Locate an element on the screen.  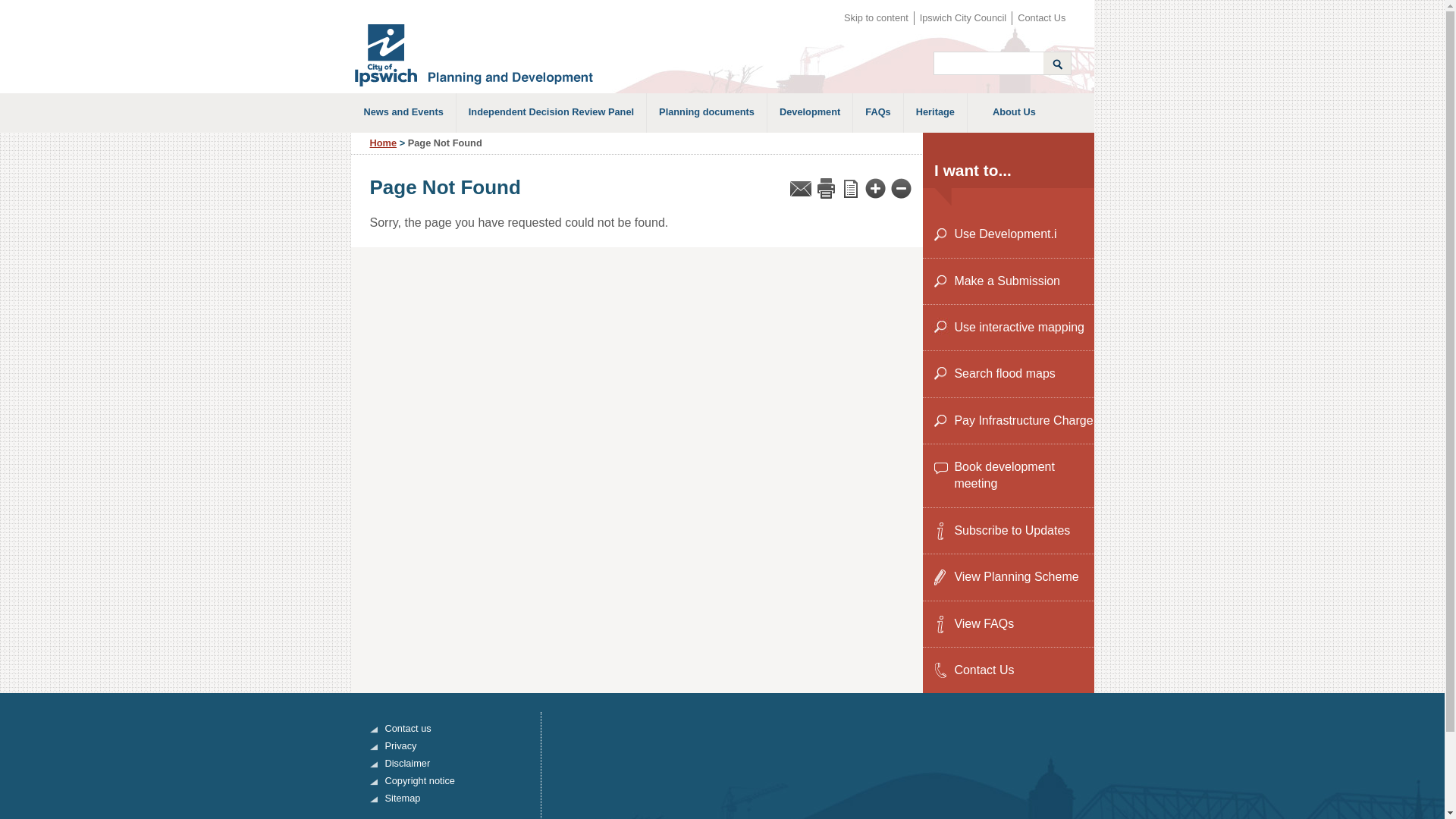
'View FAQs' is located at coordinates (930, 623).